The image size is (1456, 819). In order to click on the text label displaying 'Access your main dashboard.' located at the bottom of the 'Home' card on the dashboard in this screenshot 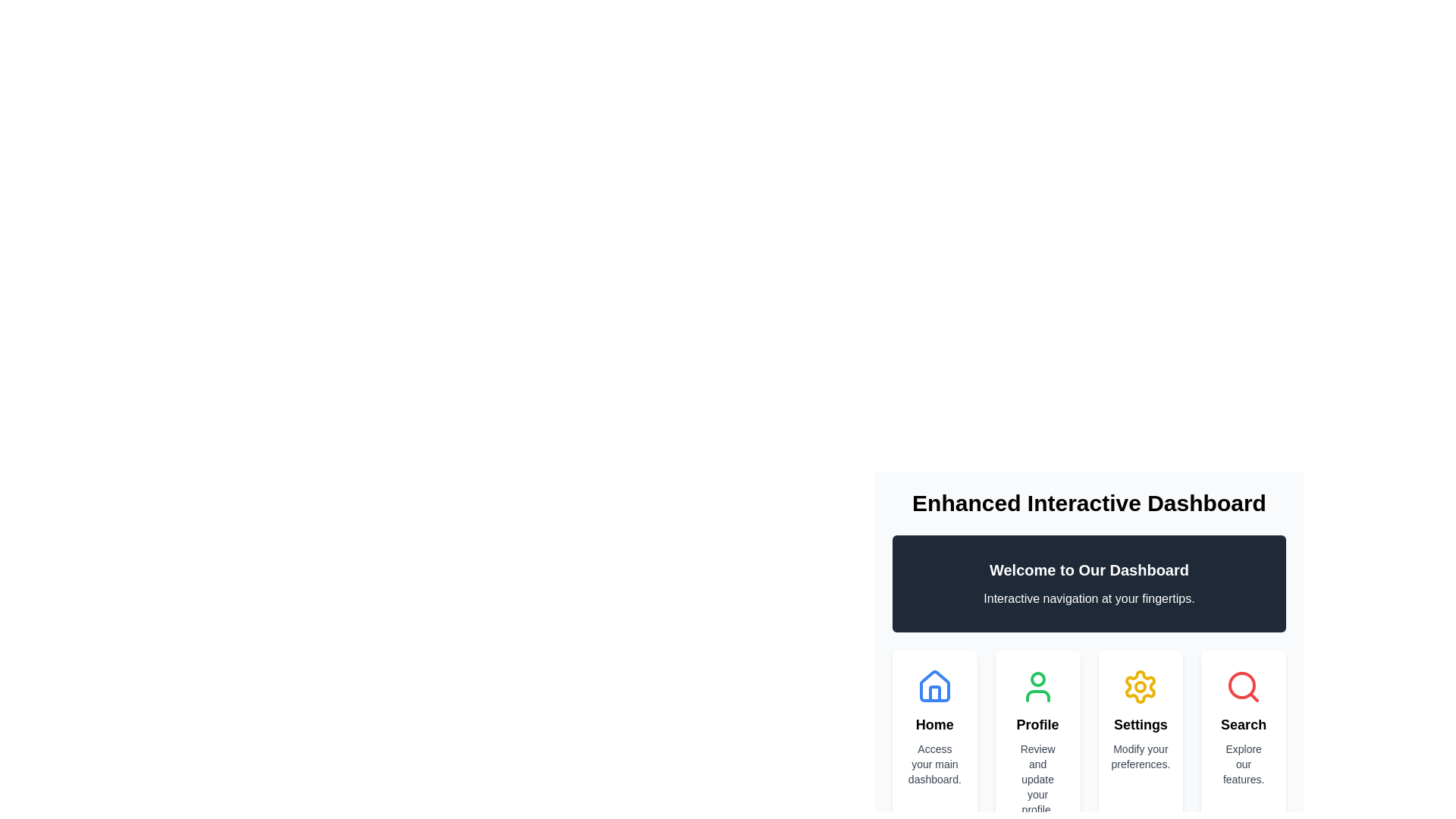, I will do `click(934, 764)`.